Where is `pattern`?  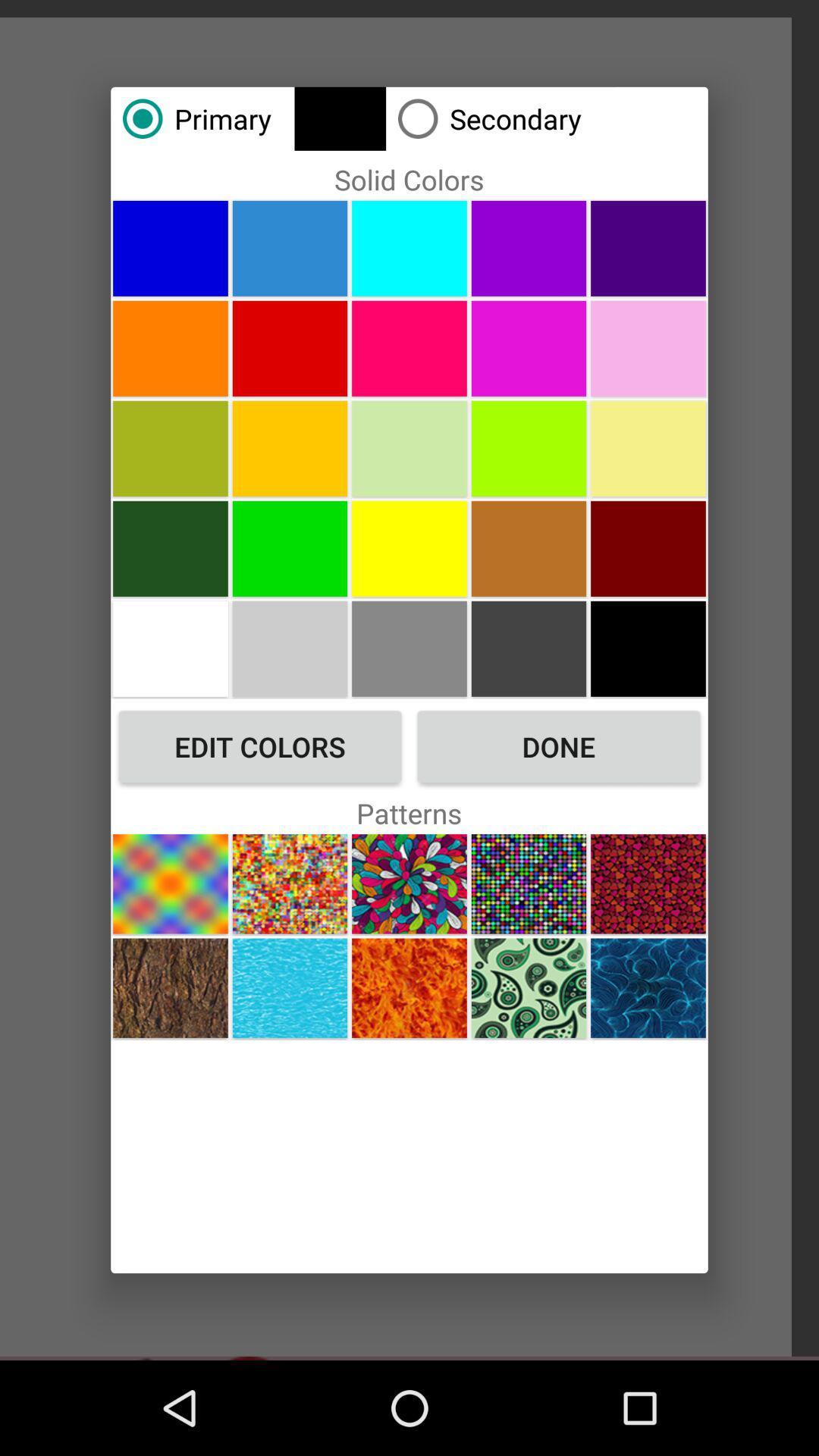 pattern is located at coordinates (290, 988).